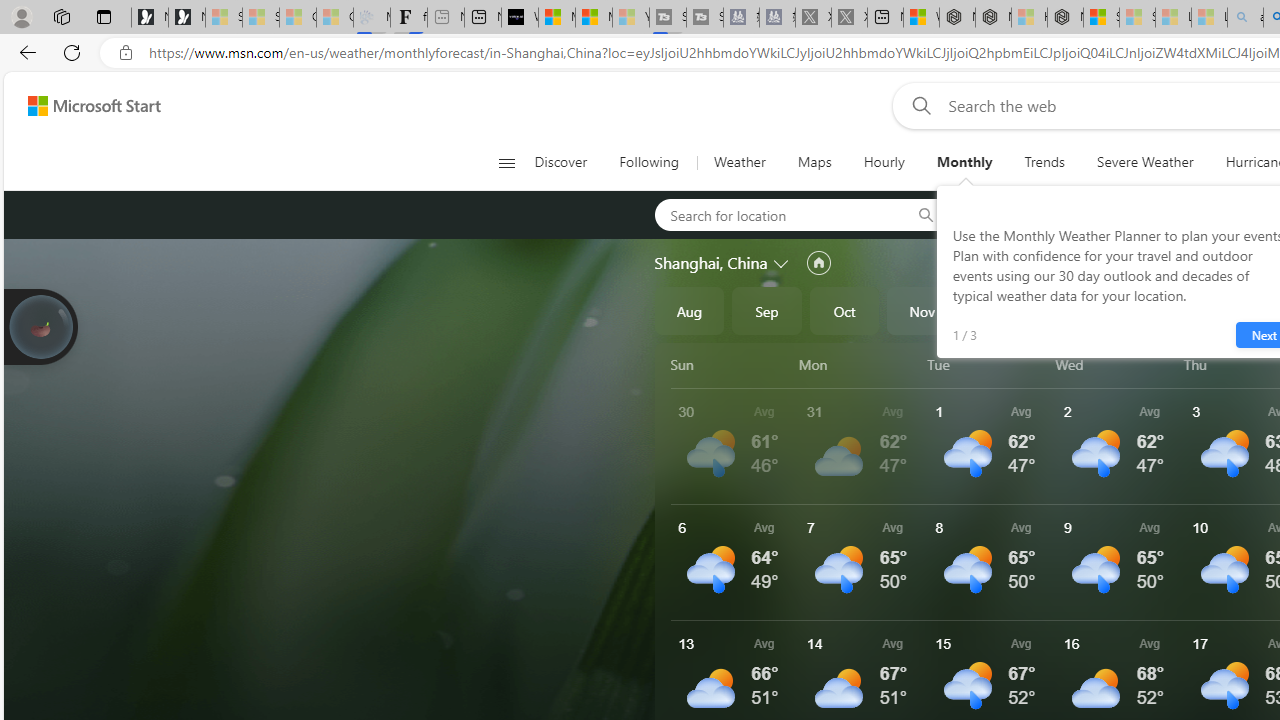 This screenshot has width=1280, height=720. Describe the element at coordinates (93, 105) in the screenshot. I see `'Microsoft Start'` at that location.